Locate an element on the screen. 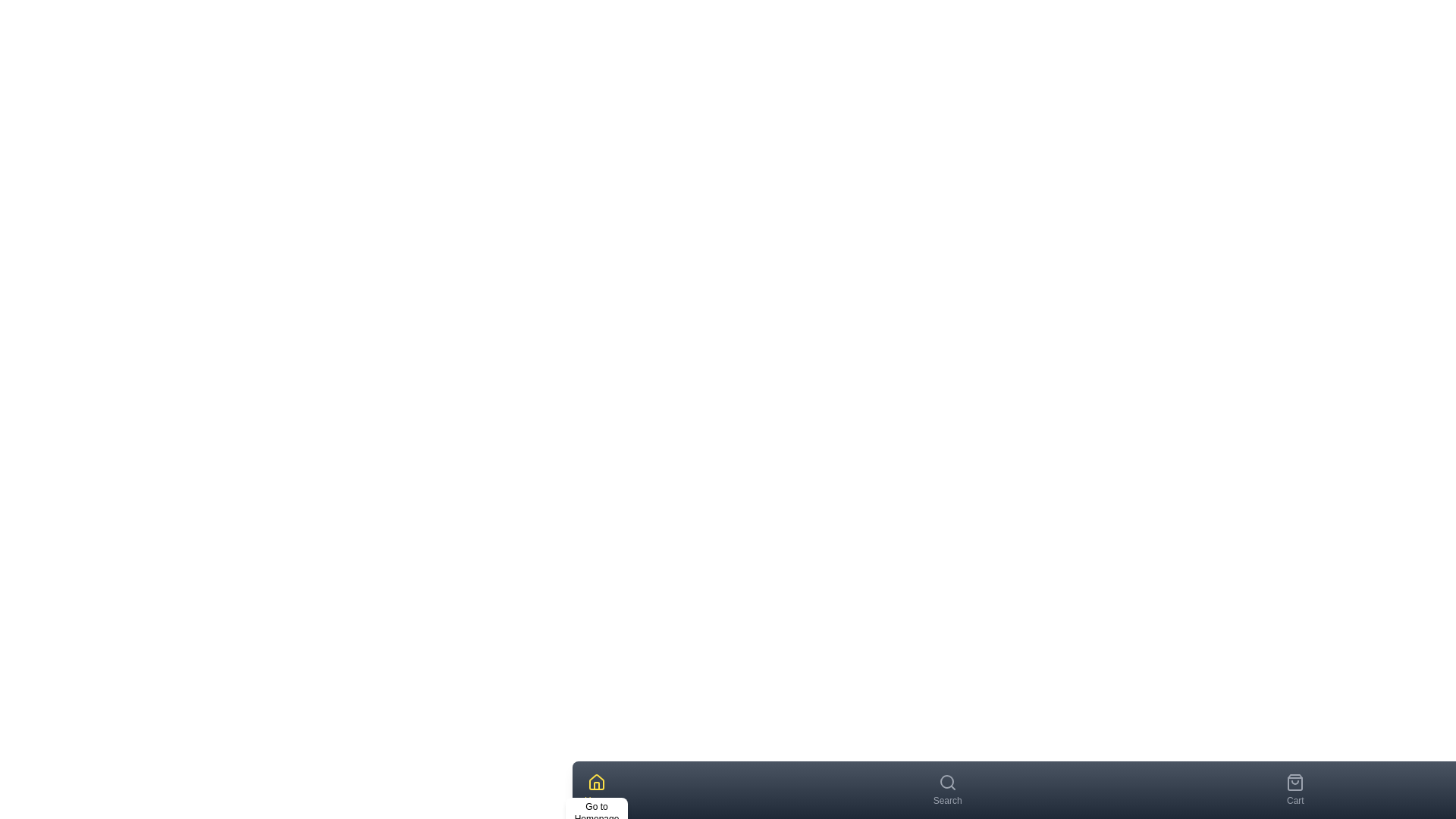 The width and height of the screenshot is (1456, 819). the icon corresponding to Cart to view its tooltip is located at coordinates (1294, 783).